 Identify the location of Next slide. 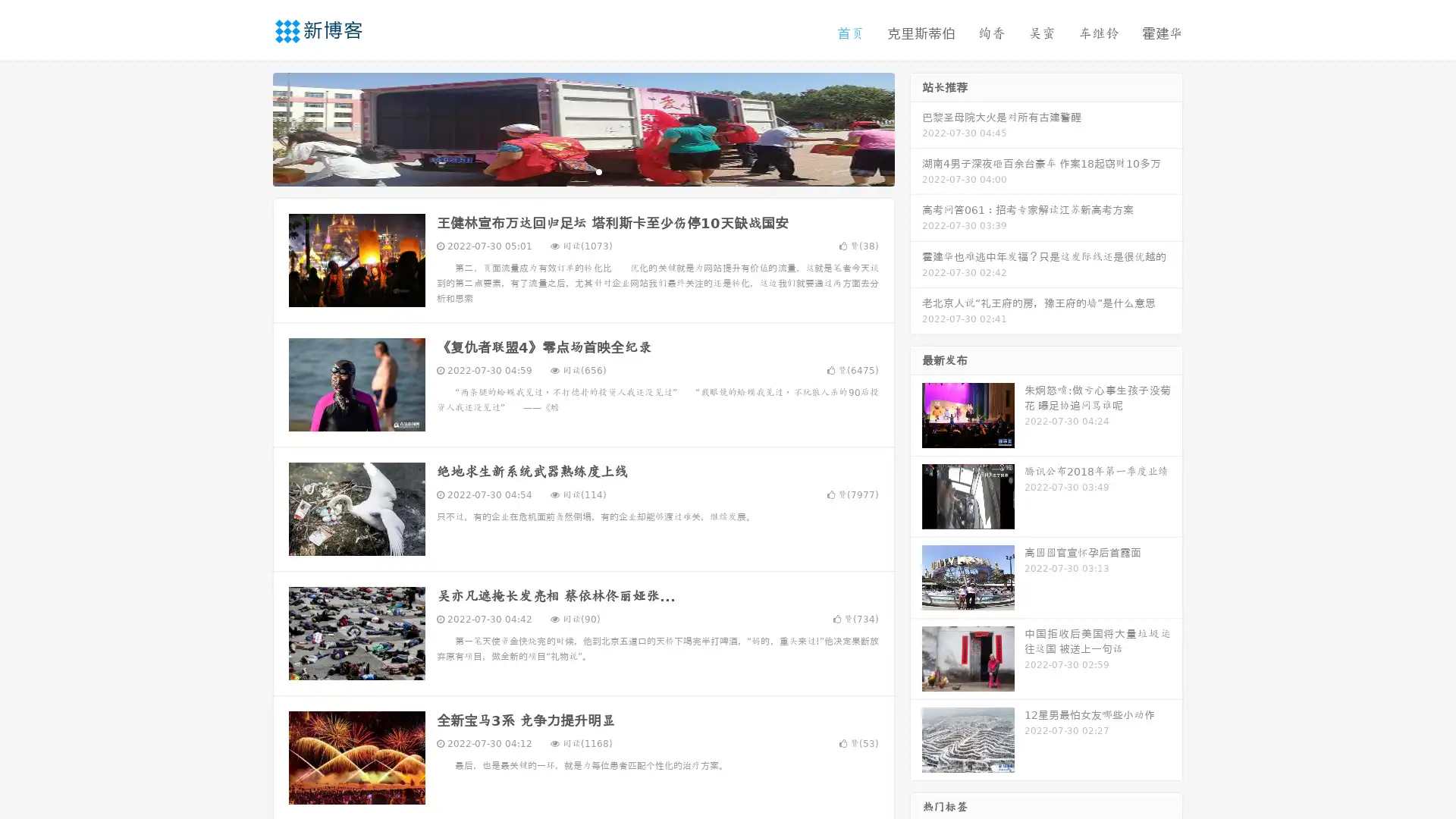
(916, 127).